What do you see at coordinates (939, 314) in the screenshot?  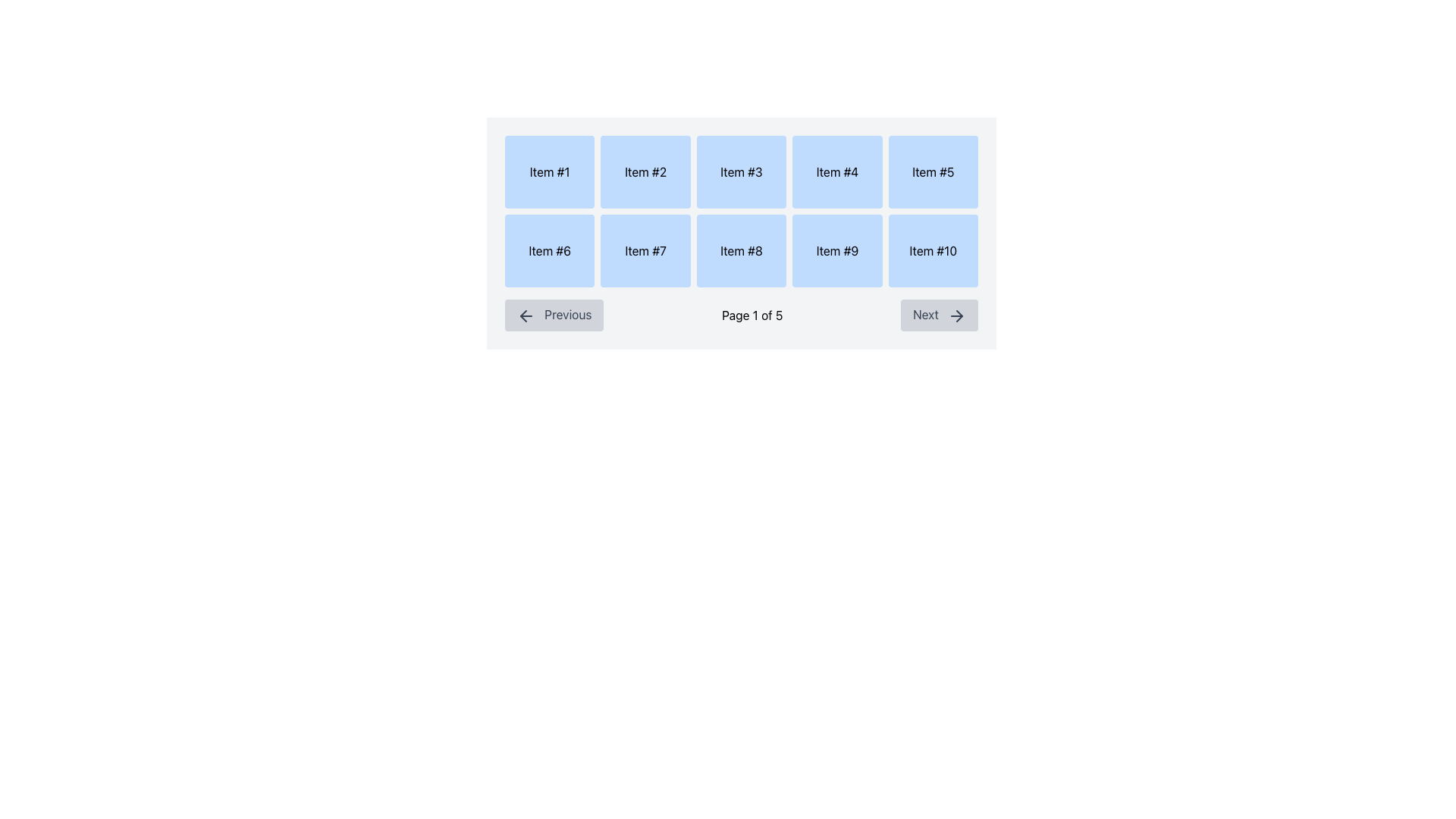 I see `the navigation button at the bottom-right of the interface` at bounding box center [939, 314].